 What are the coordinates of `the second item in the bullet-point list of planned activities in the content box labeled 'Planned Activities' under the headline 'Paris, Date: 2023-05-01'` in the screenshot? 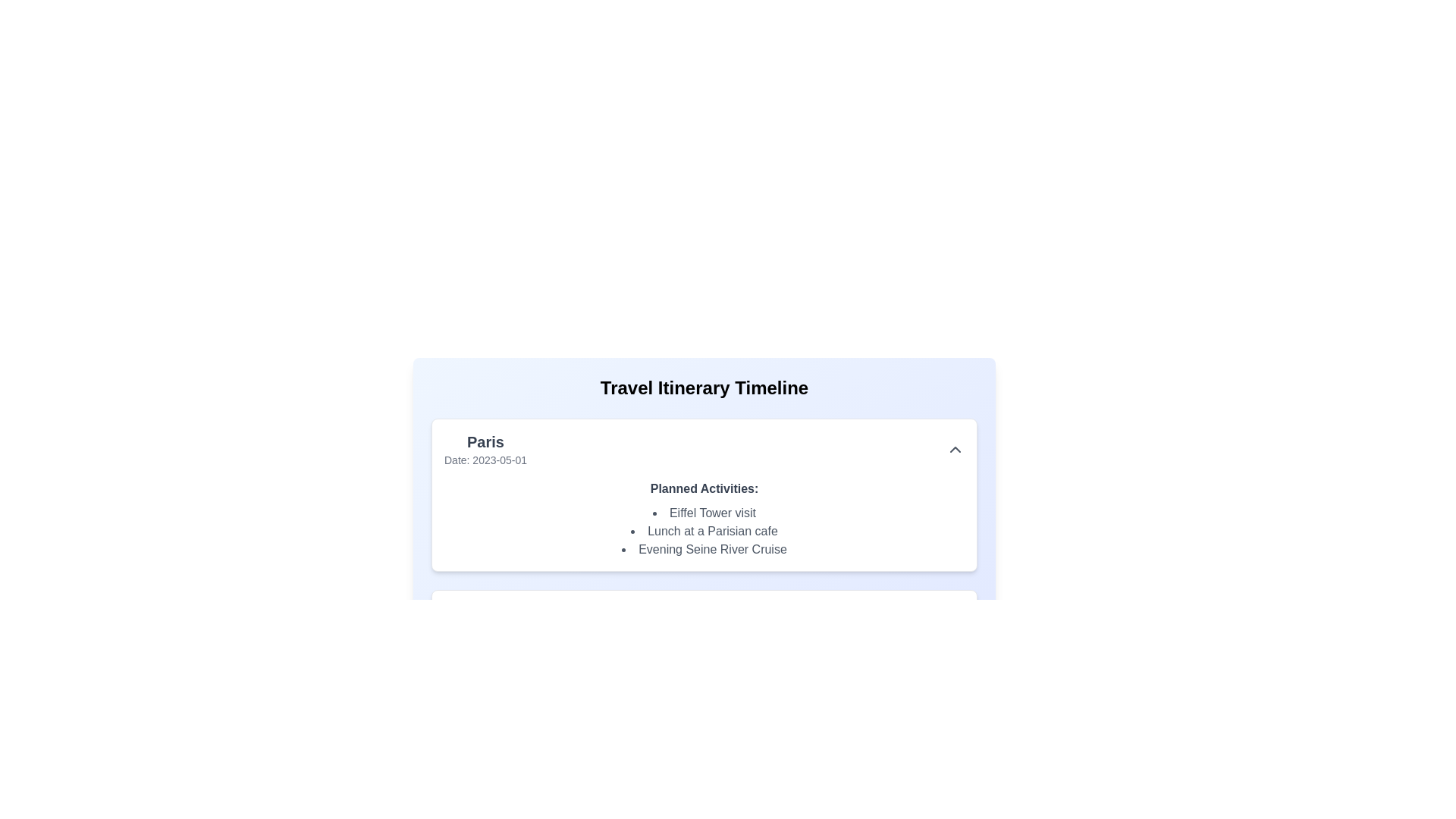 It's located at (704, 531).